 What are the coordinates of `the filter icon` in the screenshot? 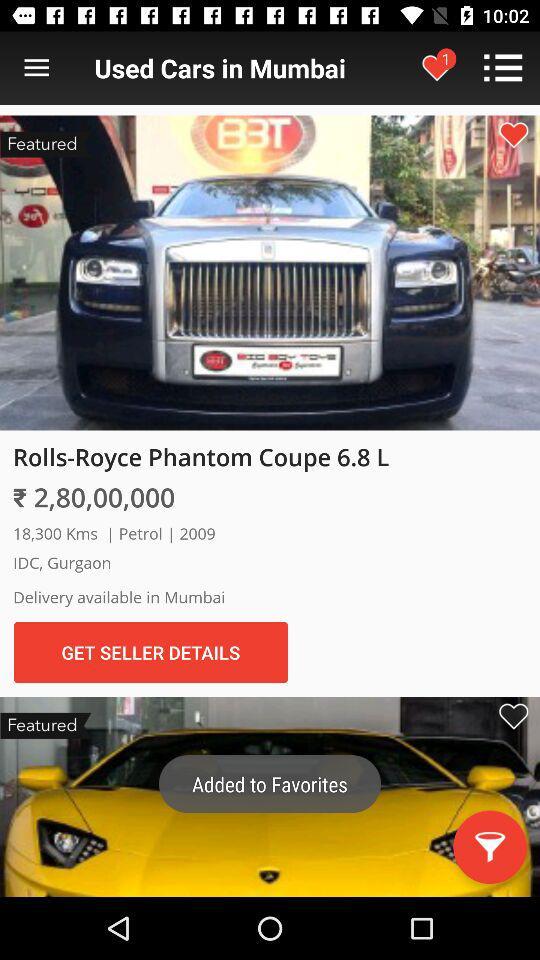 It's located at (489, 846).